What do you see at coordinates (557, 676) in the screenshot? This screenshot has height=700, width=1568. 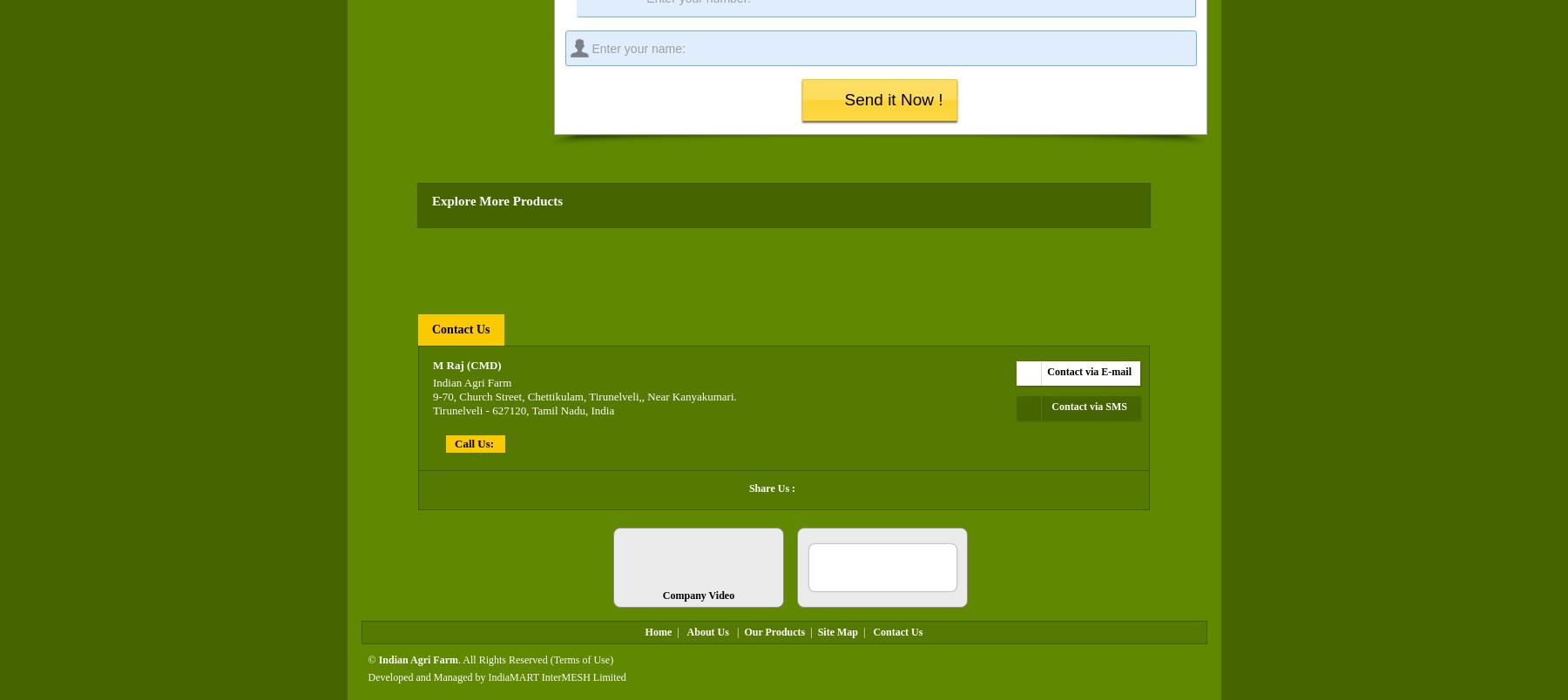 I see `'IndiaMART InterMESH Limited'` at bounding box center [557, 676].